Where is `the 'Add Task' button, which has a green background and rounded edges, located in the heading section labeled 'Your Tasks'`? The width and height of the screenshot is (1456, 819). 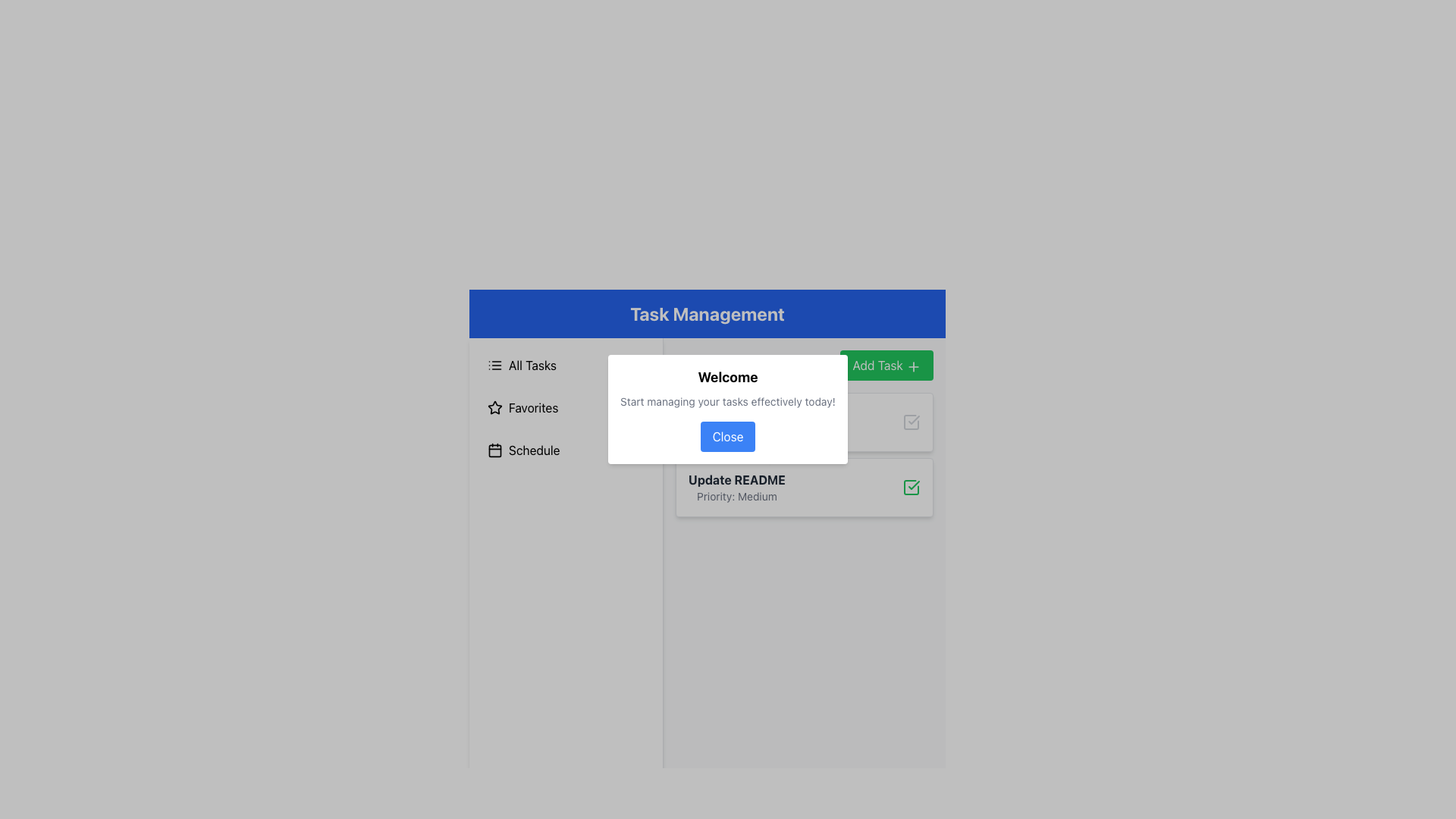 the 'Add Task' button, which has a green background and rounded edges, located in the heading section labeled 'Your Tasks' is located at coordinates (886, 366).